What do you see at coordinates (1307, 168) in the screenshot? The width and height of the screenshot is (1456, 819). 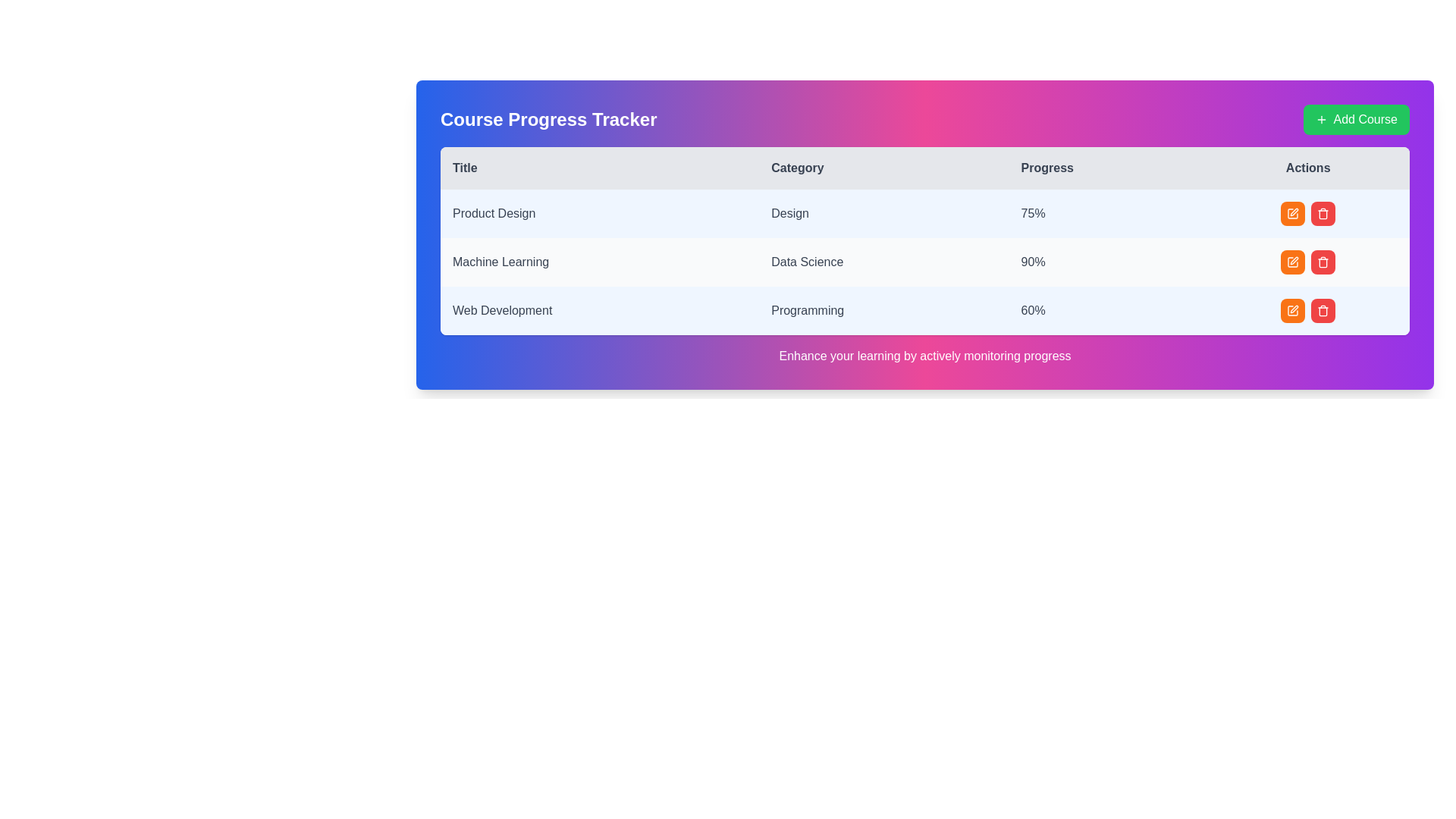 I see `the fourth column header label in the tabular layout, which indicates the purpose of the column containing interactive buttons for actions` at bounding box center [1307, 168].